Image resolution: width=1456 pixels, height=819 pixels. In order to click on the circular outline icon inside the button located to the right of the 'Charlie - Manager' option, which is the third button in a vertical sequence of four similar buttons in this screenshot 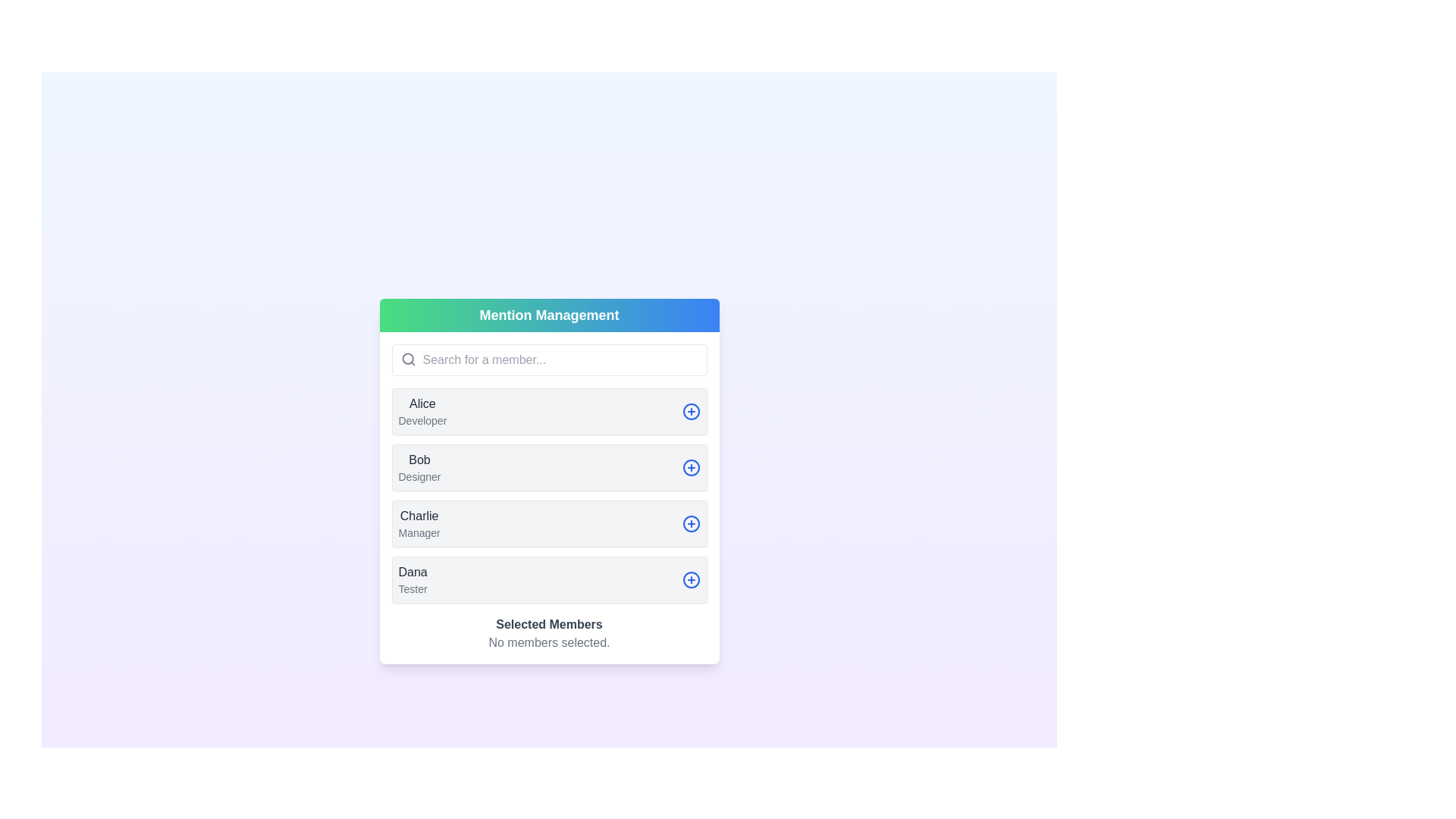, I will do `click(690, 522)`.